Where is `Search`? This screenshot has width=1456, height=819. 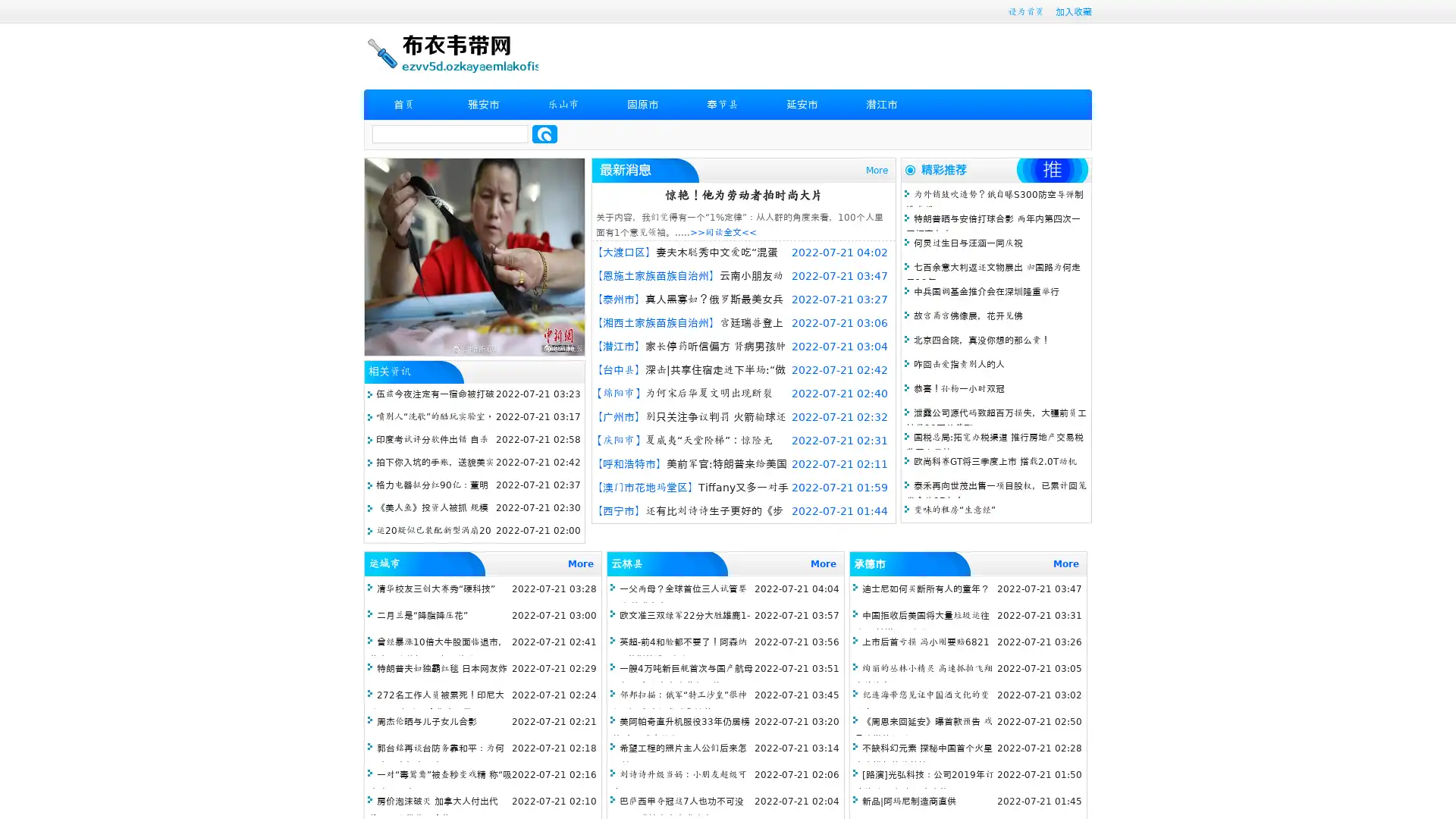
Search is located at coordinates (544, 133).